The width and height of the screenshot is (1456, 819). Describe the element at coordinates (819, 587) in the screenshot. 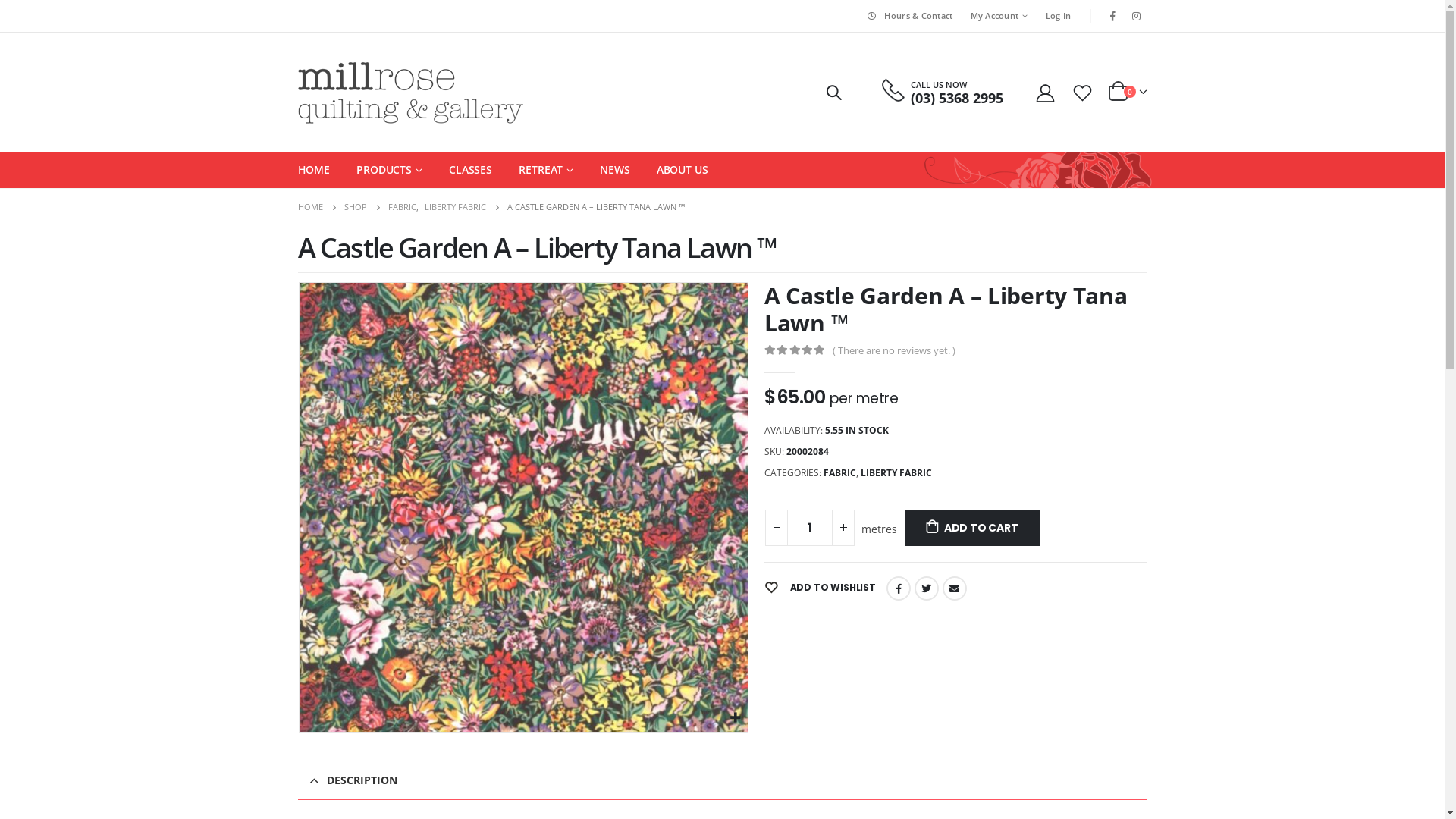

I see `'ADD TO WISHLIST'` at that location.